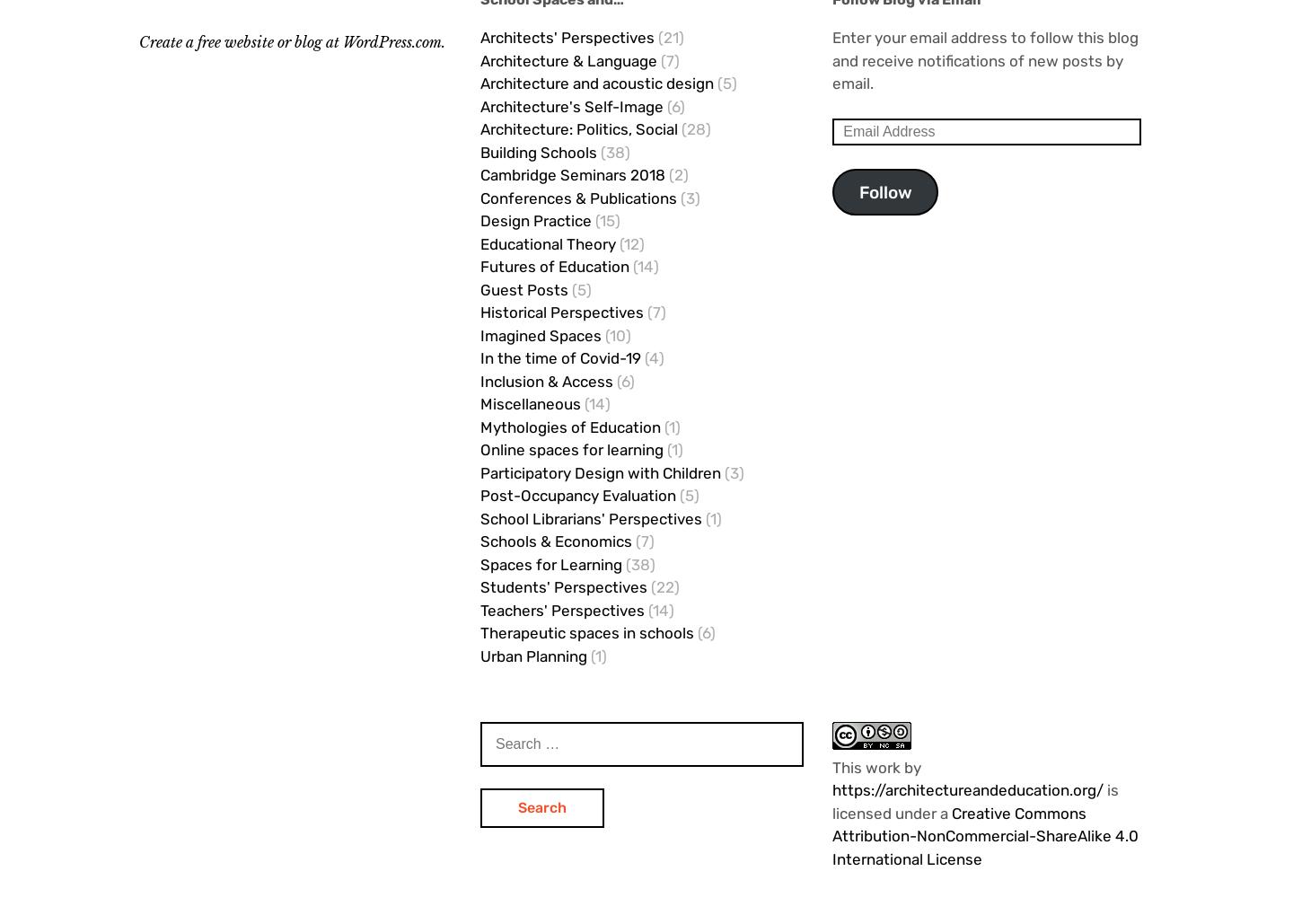 The image size is (1302, 924). I want to click on 'Building Schools', so click(539, 151).